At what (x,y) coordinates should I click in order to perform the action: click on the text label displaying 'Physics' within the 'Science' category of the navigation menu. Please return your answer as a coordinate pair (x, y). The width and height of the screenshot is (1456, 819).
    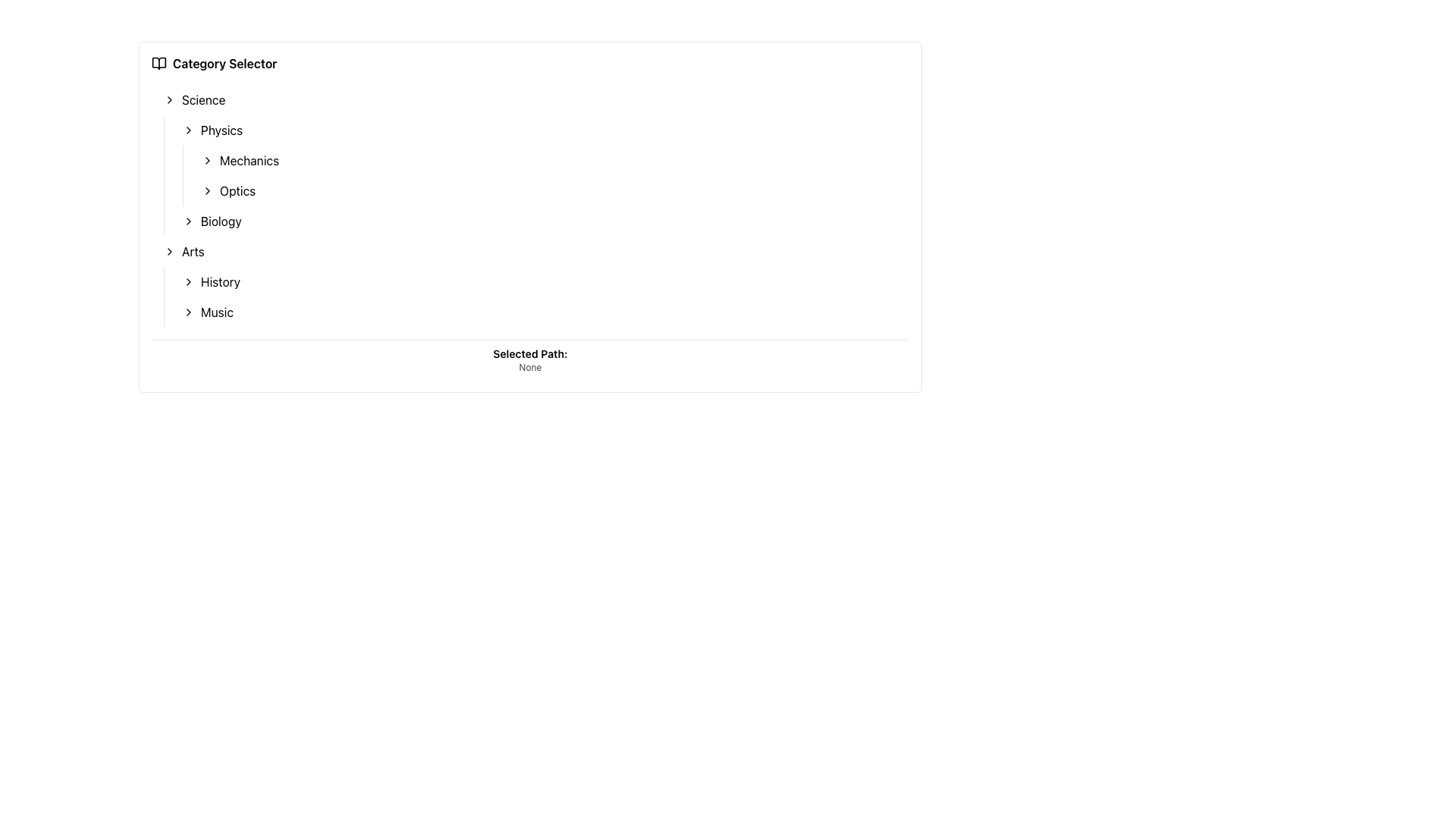
    Looking at the image, I should click on (221, 130).